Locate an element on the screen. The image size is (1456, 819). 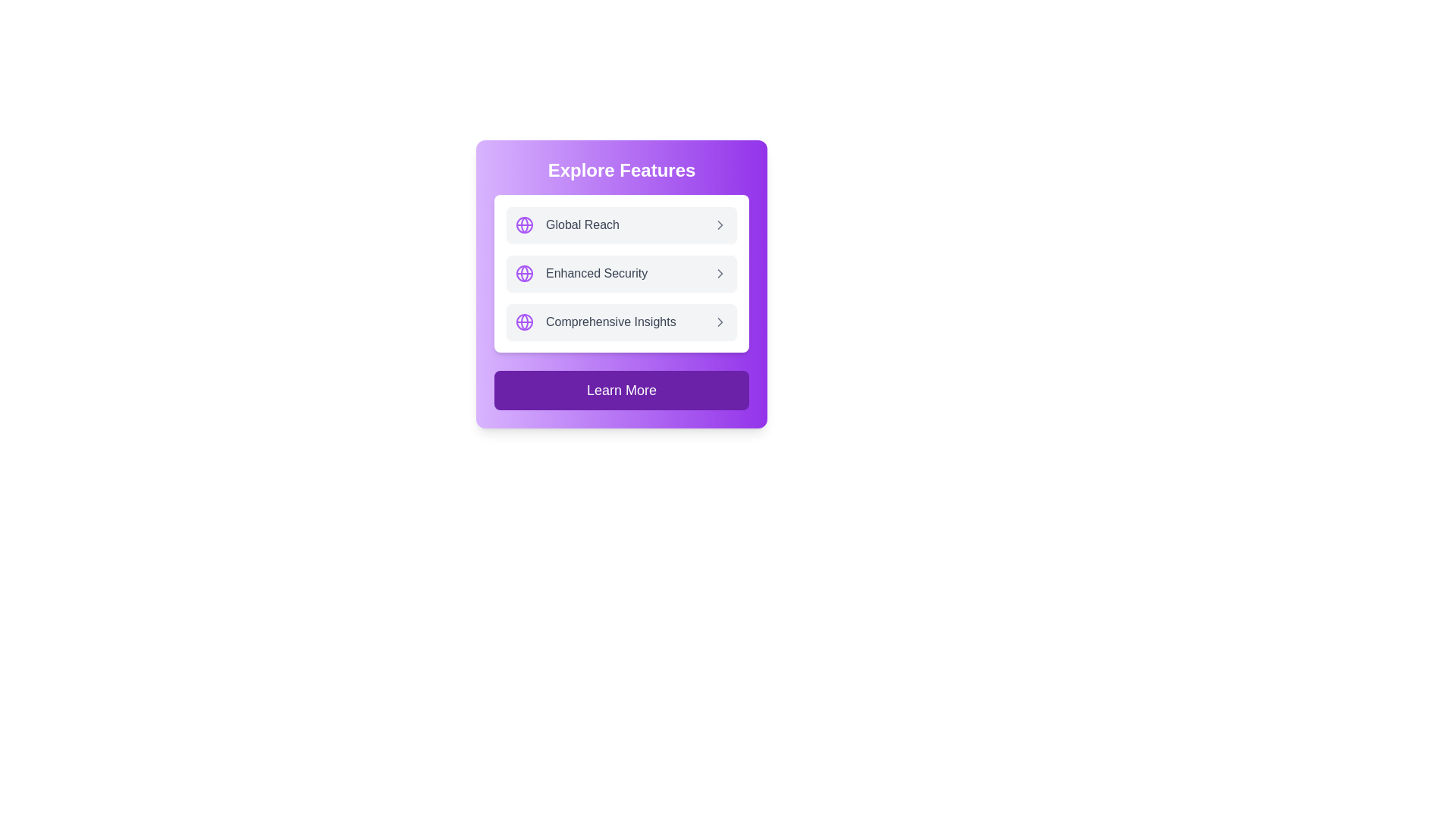
text label that describes the selectable feature item, located within the purple card labeled 'Explore Features' and positioned to the right of the globe icon and arrow symbol is located at coordinates (610, 321).